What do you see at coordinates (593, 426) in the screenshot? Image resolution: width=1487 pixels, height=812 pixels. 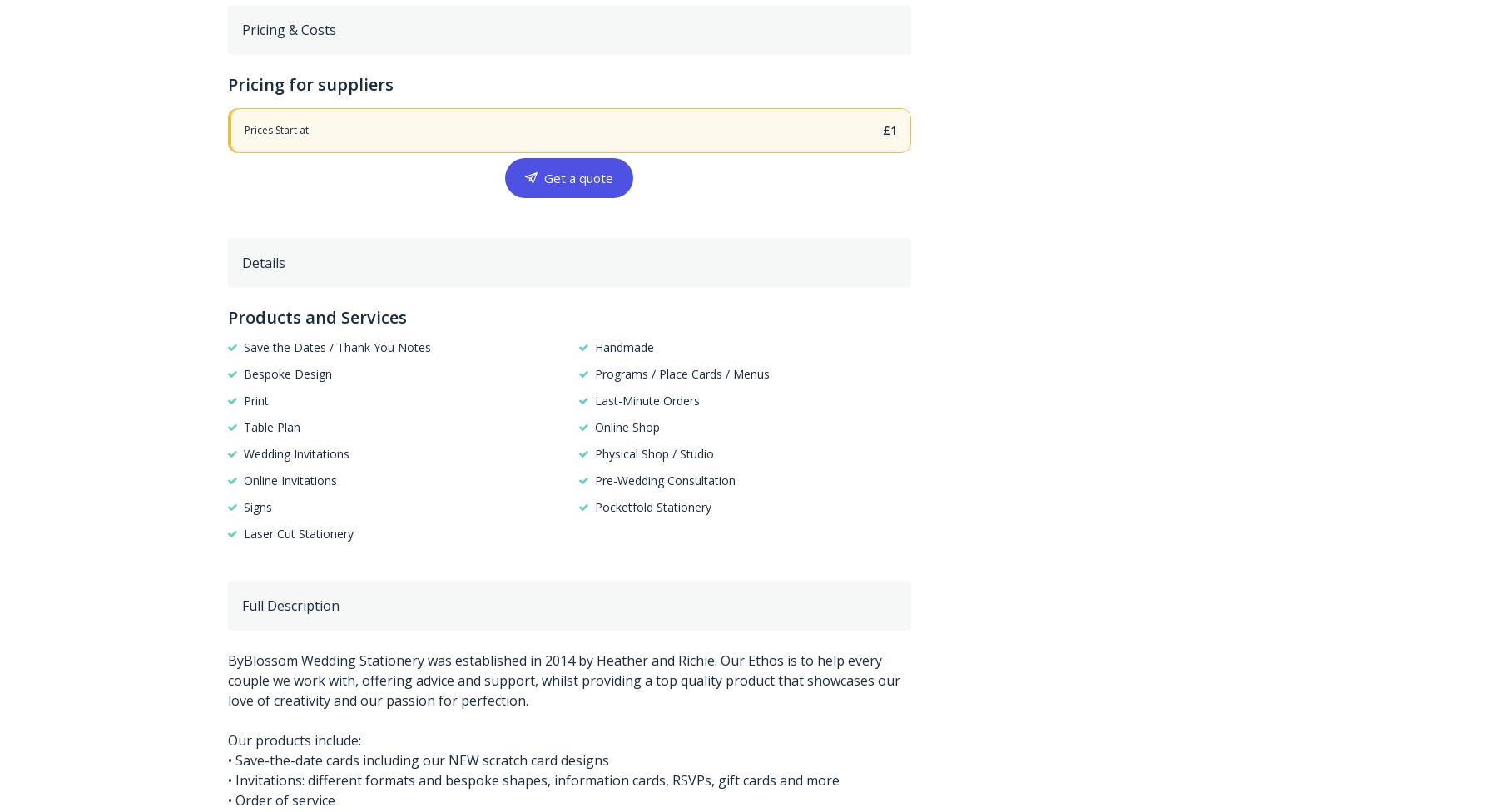 I see `'Online Shop'` at bounding box center [593, 426].